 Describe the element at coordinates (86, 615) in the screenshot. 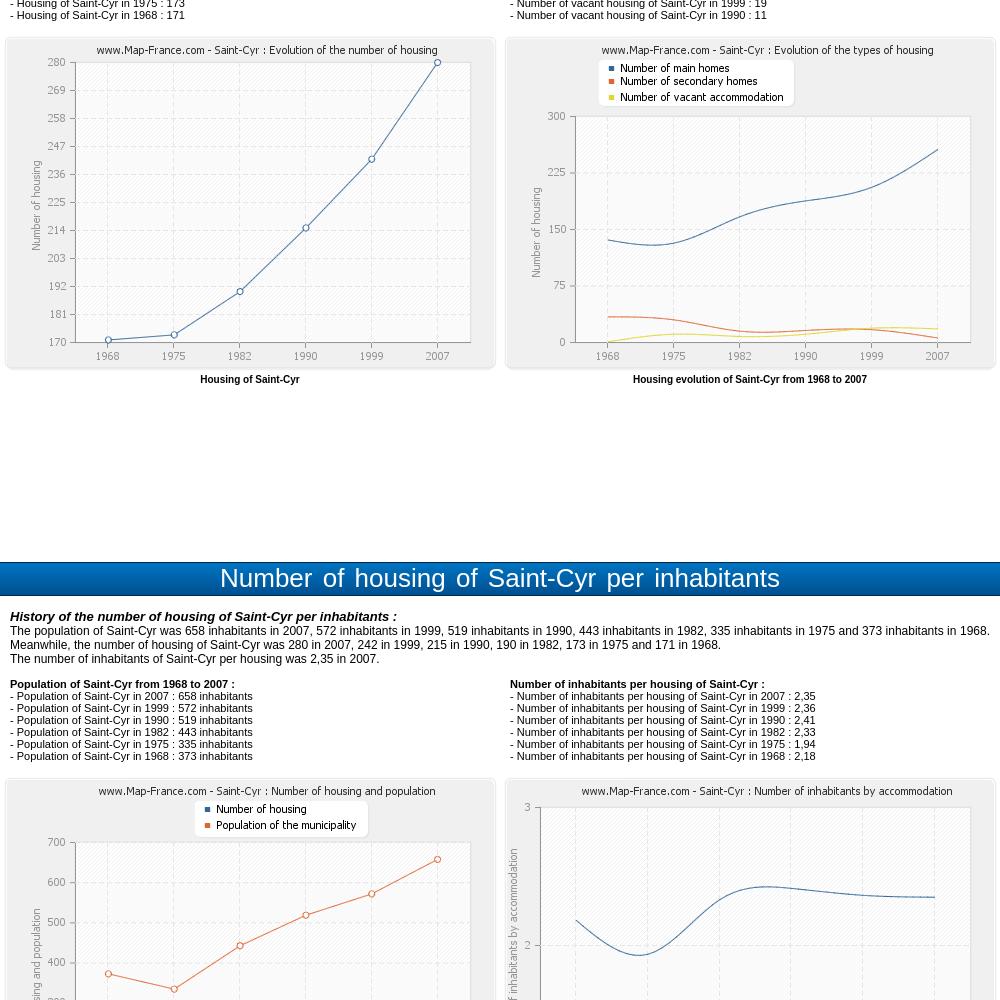

I see `'History of the number of'` at that location.